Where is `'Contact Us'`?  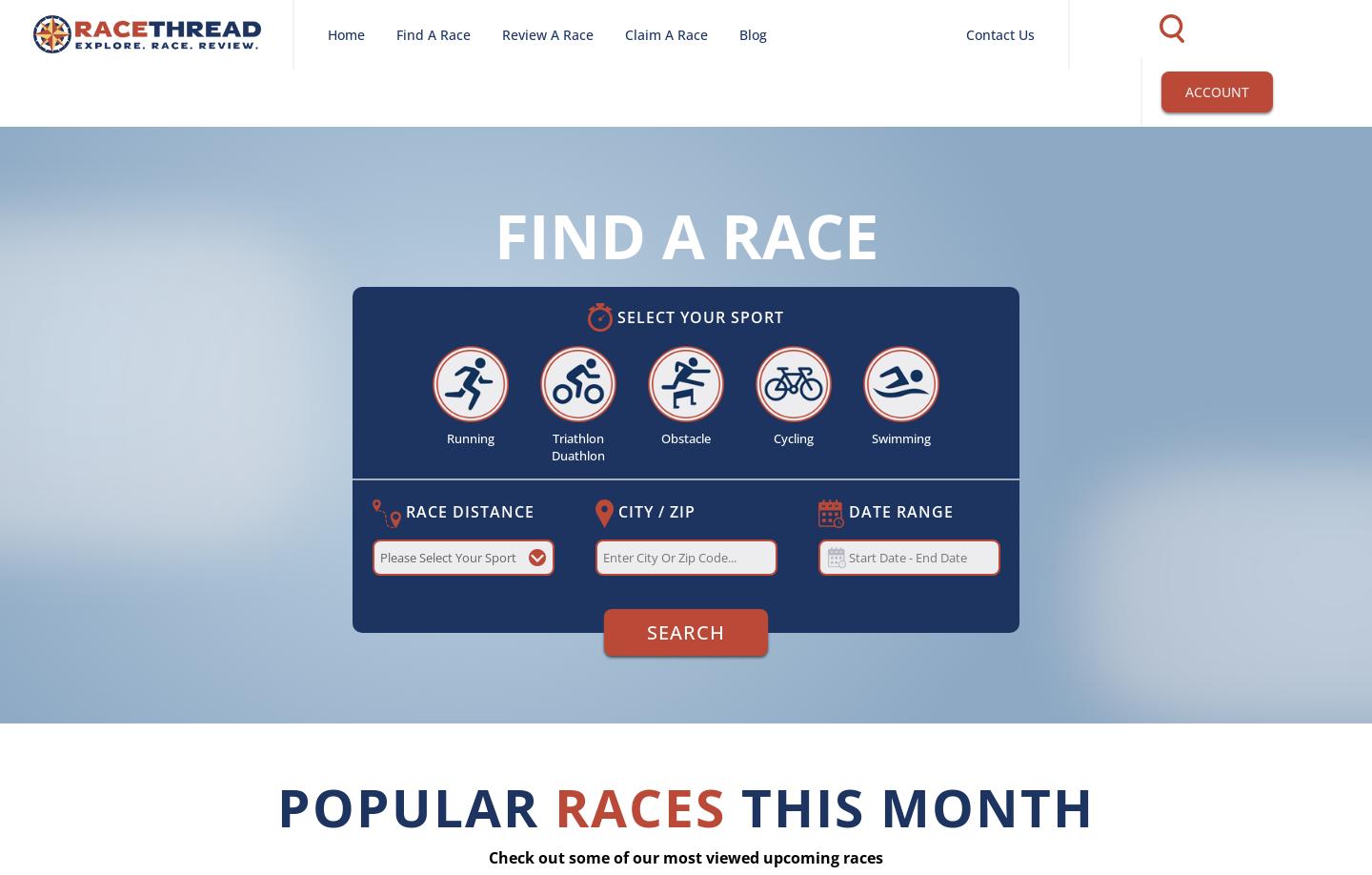
'Contact Us' is located at coordinates (1000, 34).